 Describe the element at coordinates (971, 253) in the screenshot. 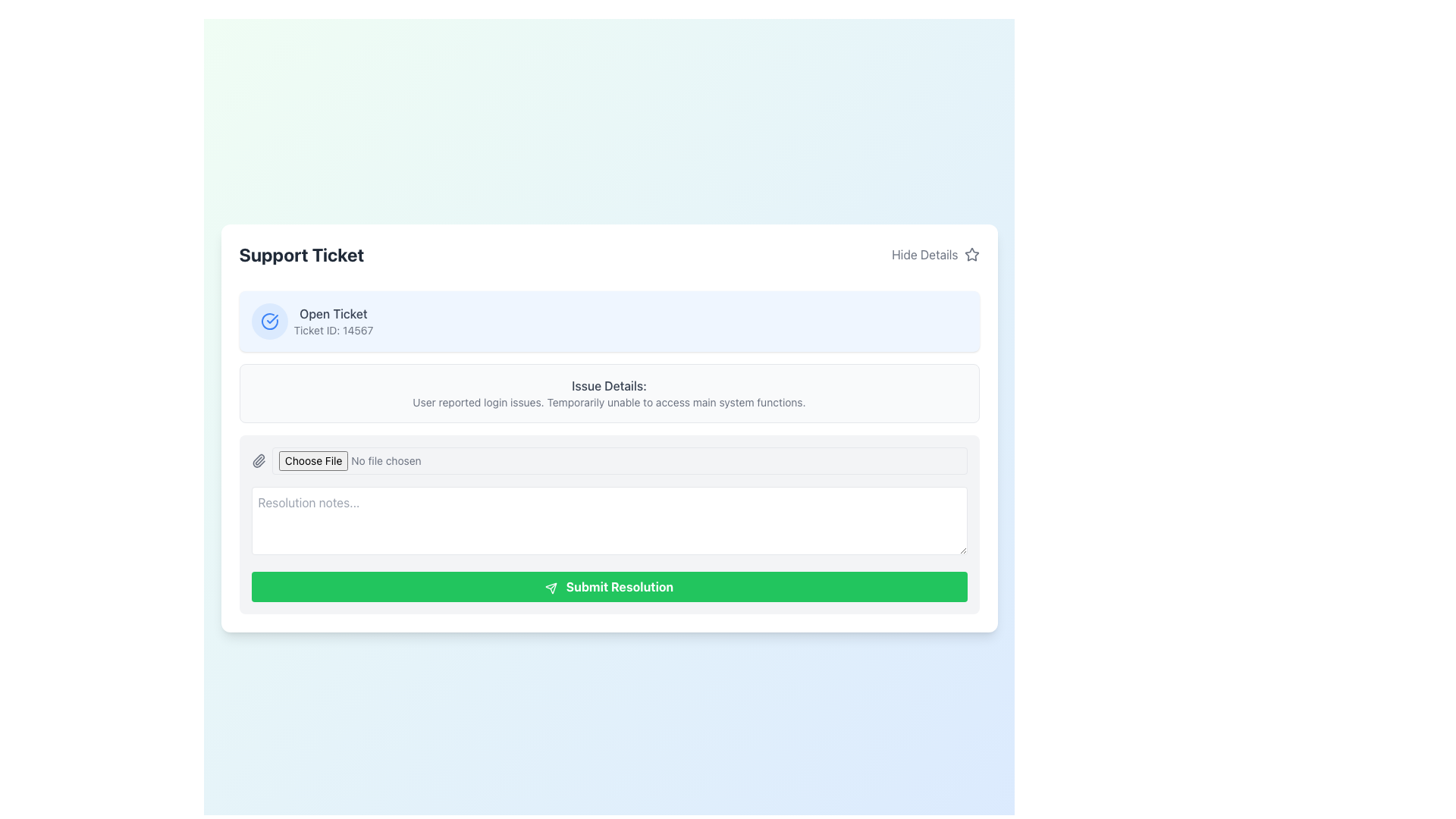

I see `the star-shaped icon in the right-hand corner of the 'Support Ticket' panel` at that location.